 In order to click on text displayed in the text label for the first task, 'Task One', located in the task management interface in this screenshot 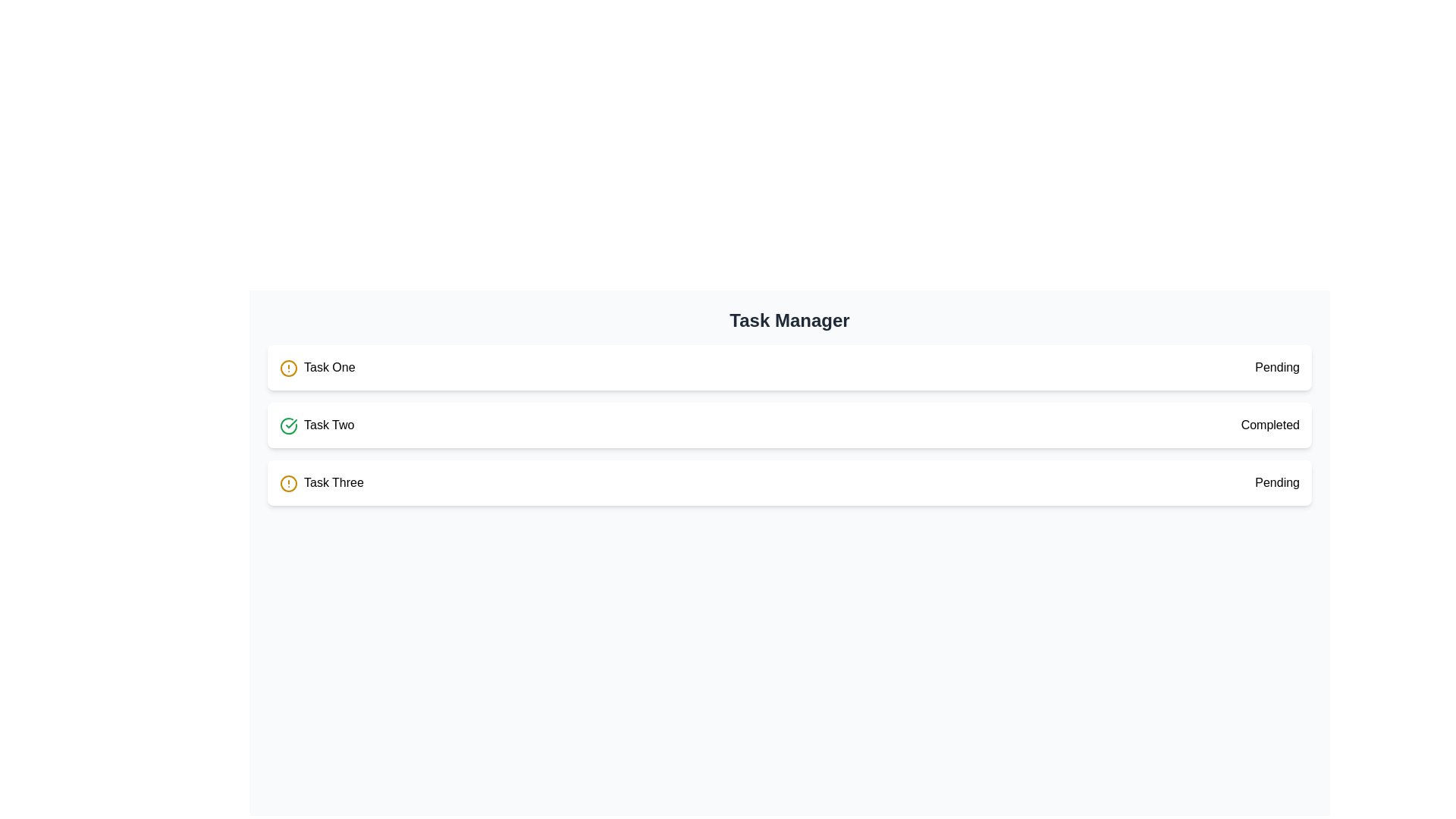, I will do `click(328, 368)`.